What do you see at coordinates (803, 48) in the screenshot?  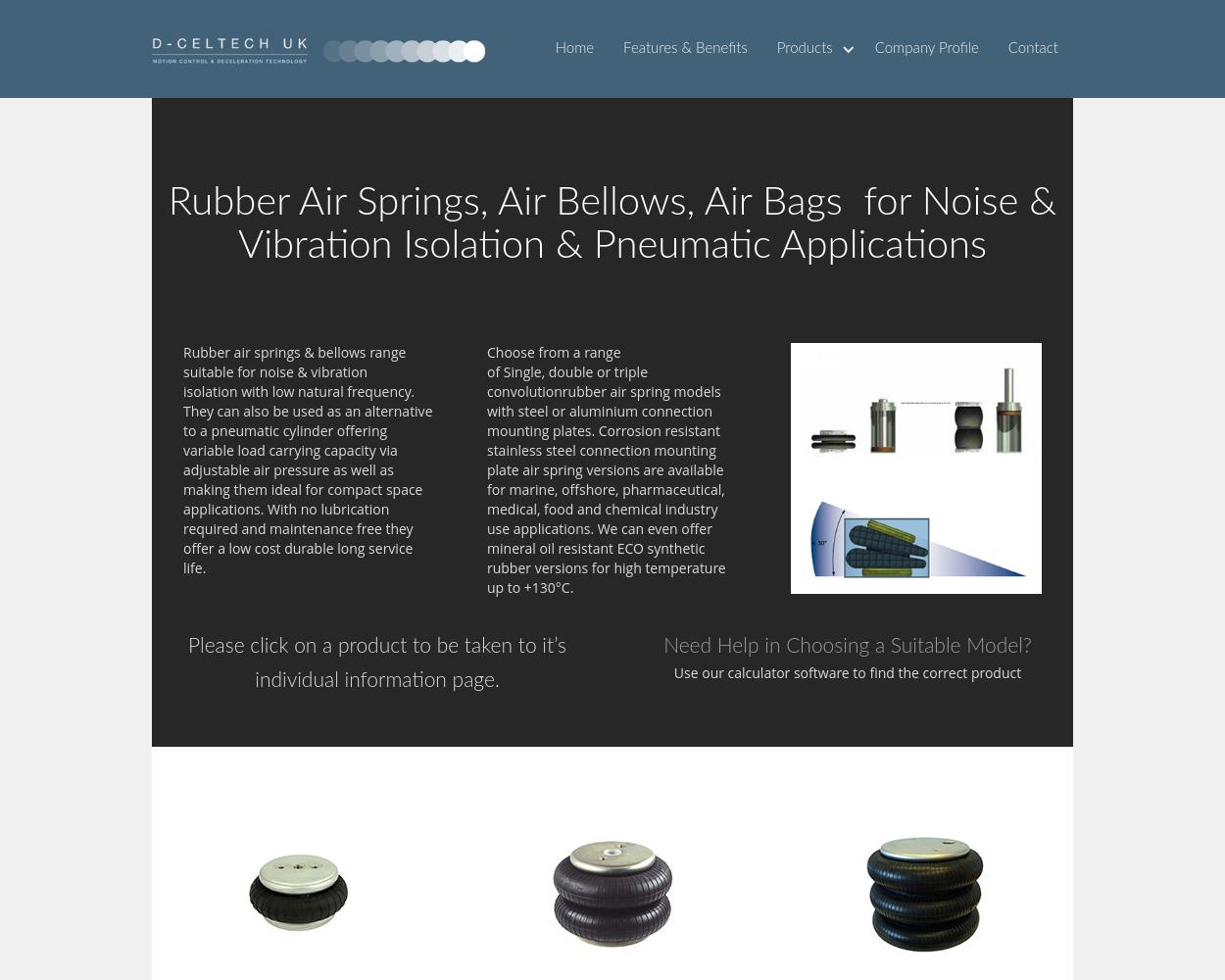 I see `'Products'` at bounding box center [803, 48].